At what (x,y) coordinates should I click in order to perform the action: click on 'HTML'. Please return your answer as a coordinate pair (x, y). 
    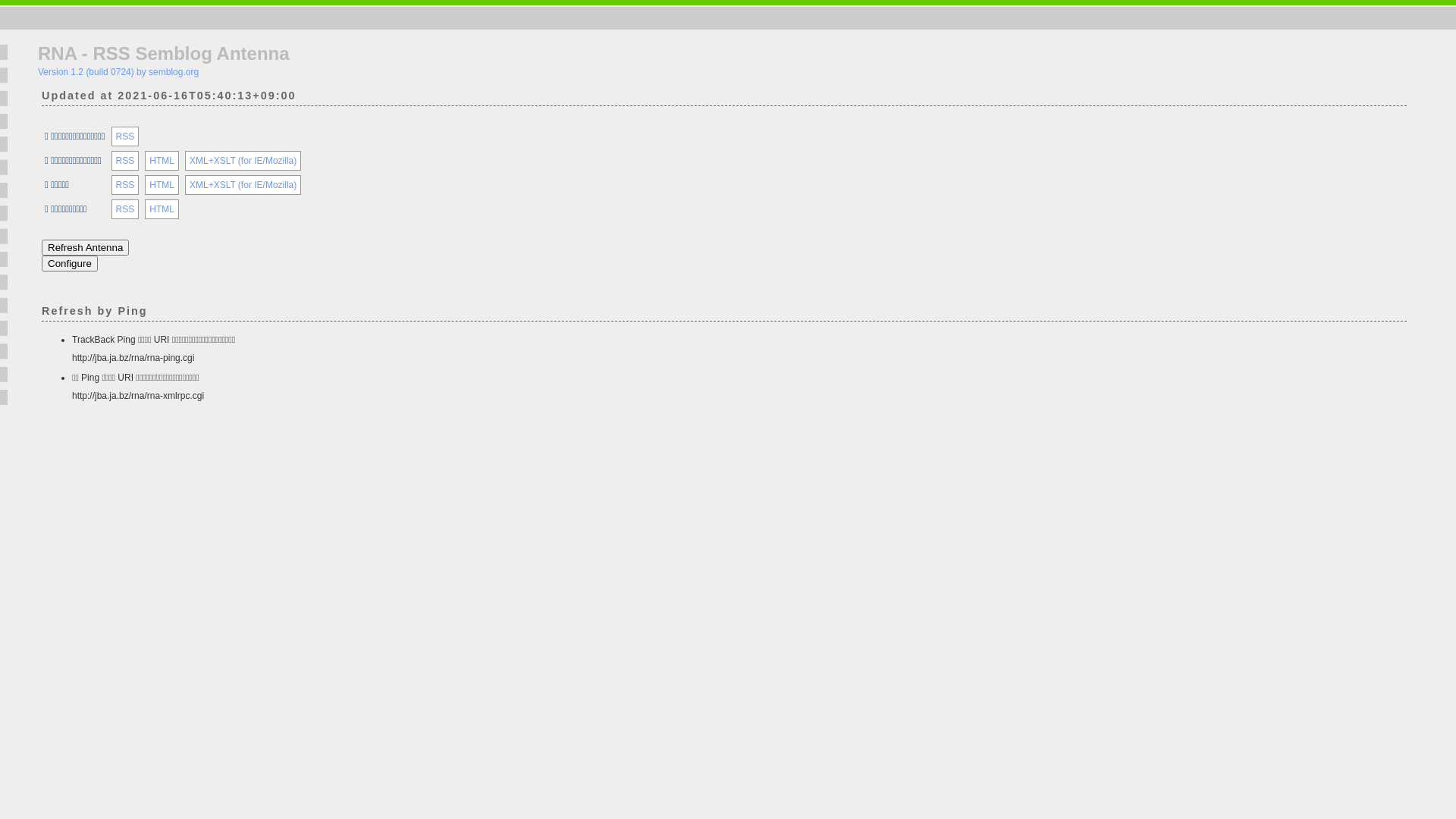
    Looking at the image, I should click on (162, 209).